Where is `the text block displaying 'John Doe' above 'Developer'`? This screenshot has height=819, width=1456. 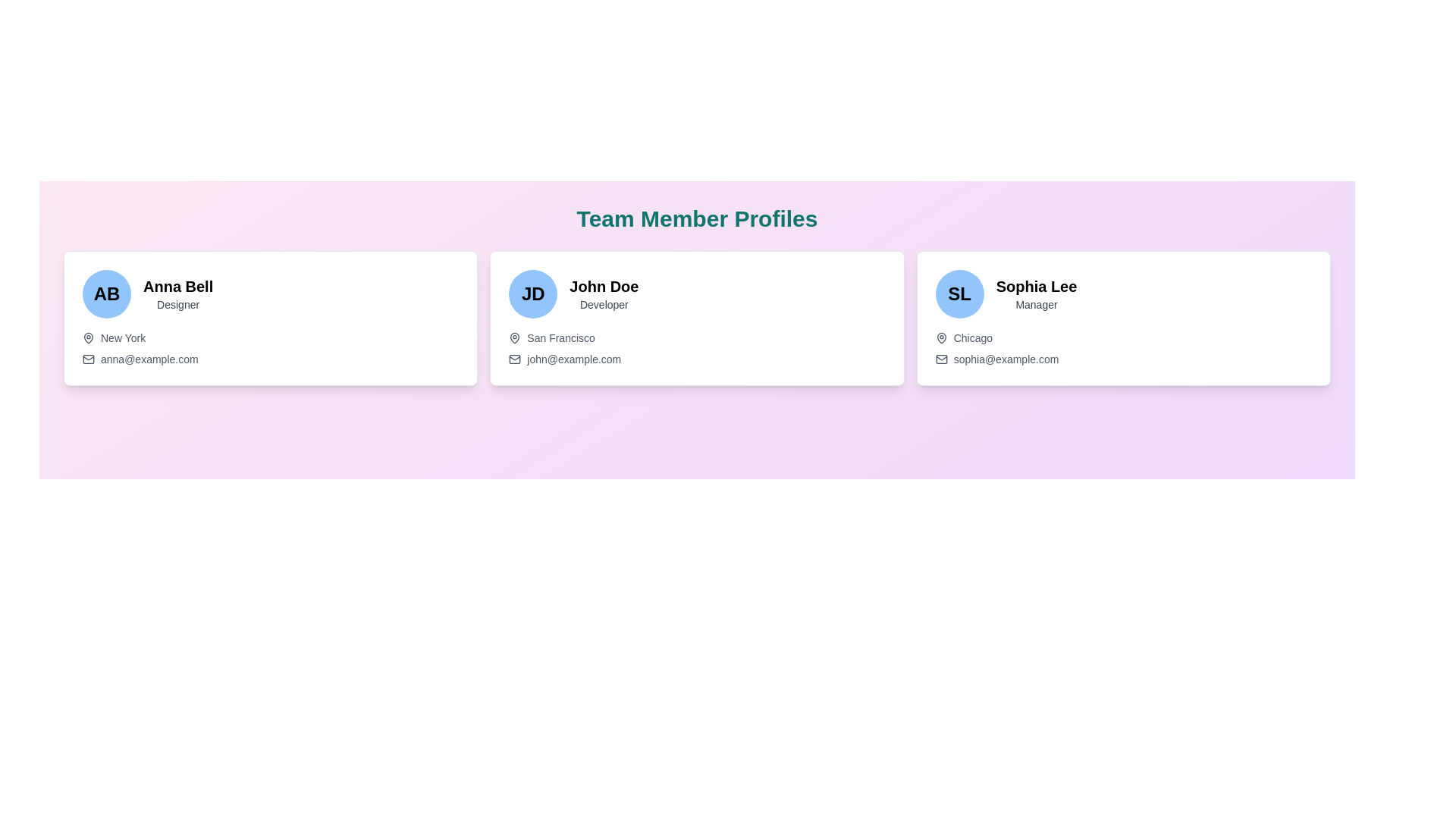 the text block displaying 'John Doe' above 'Developer' is located at coordinates (603, 294).